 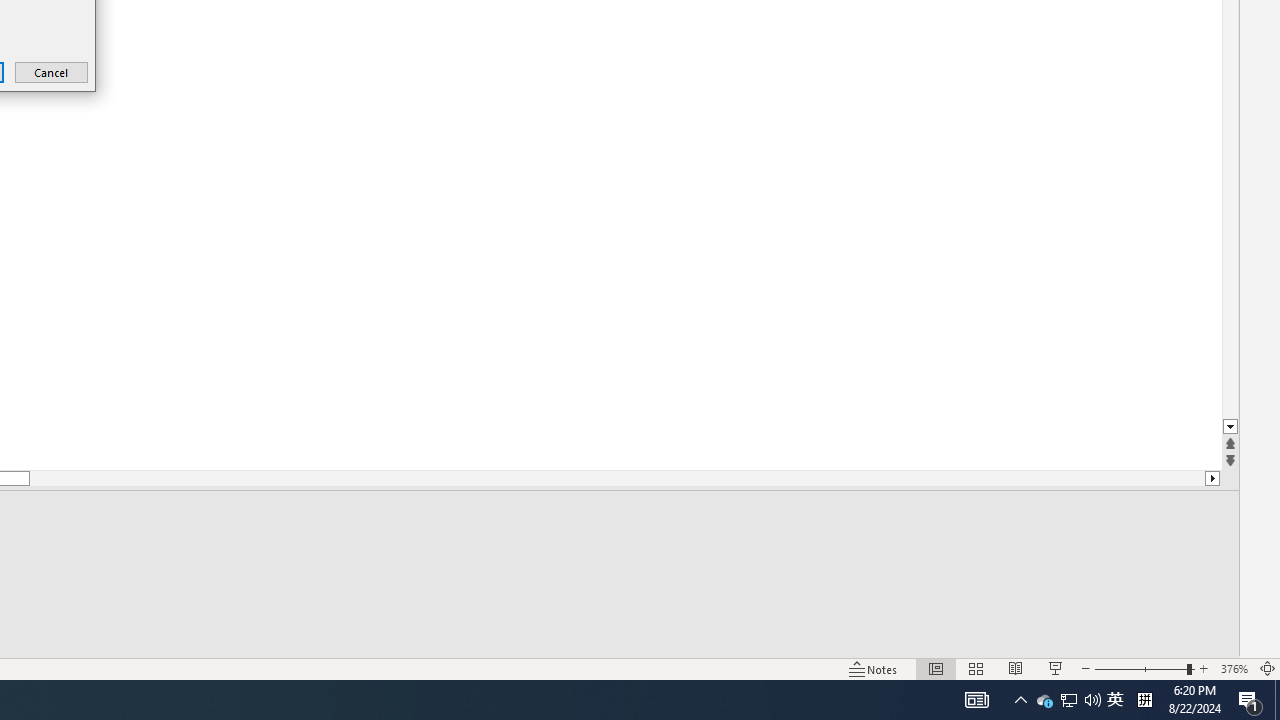 I want to click on 'Show desktop', so click(x=1250, y=698).